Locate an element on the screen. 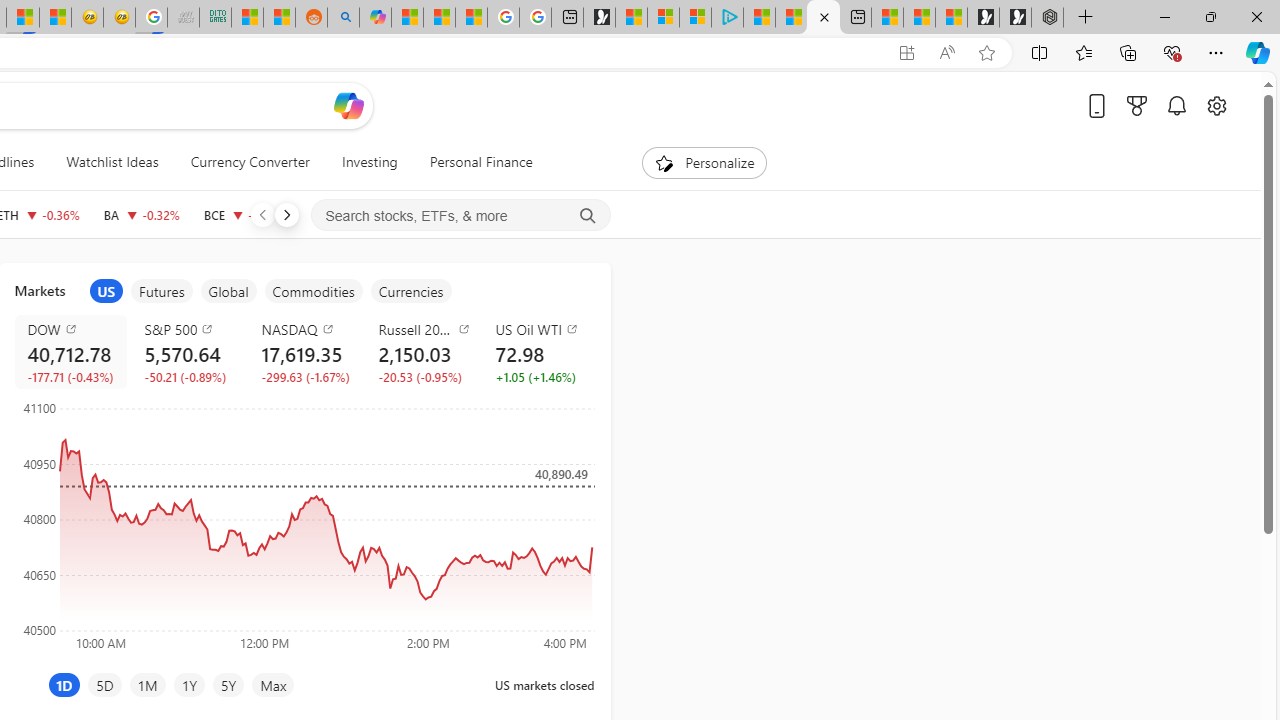 The image size is (1280, 720). 'DOW' is located at coordinates (74, 328).